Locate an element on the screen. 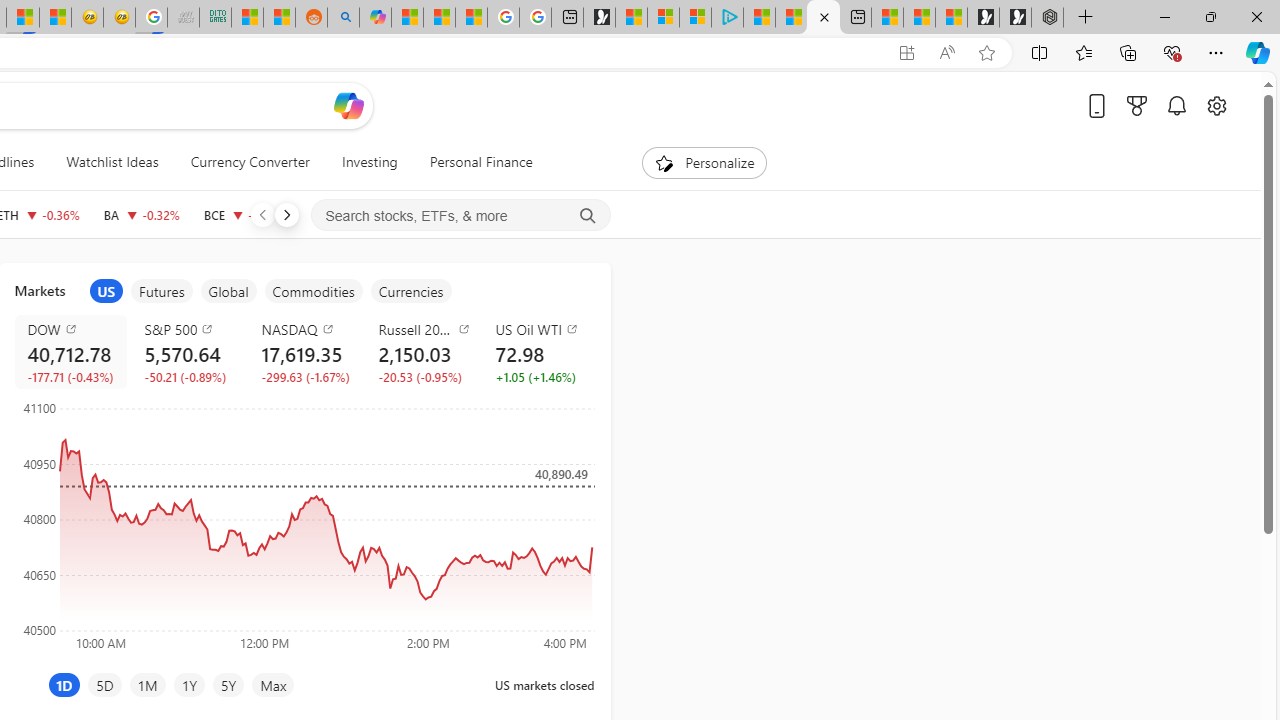 The image size is (1280, 720). 'DOW' is located at coordinates (74, 328).